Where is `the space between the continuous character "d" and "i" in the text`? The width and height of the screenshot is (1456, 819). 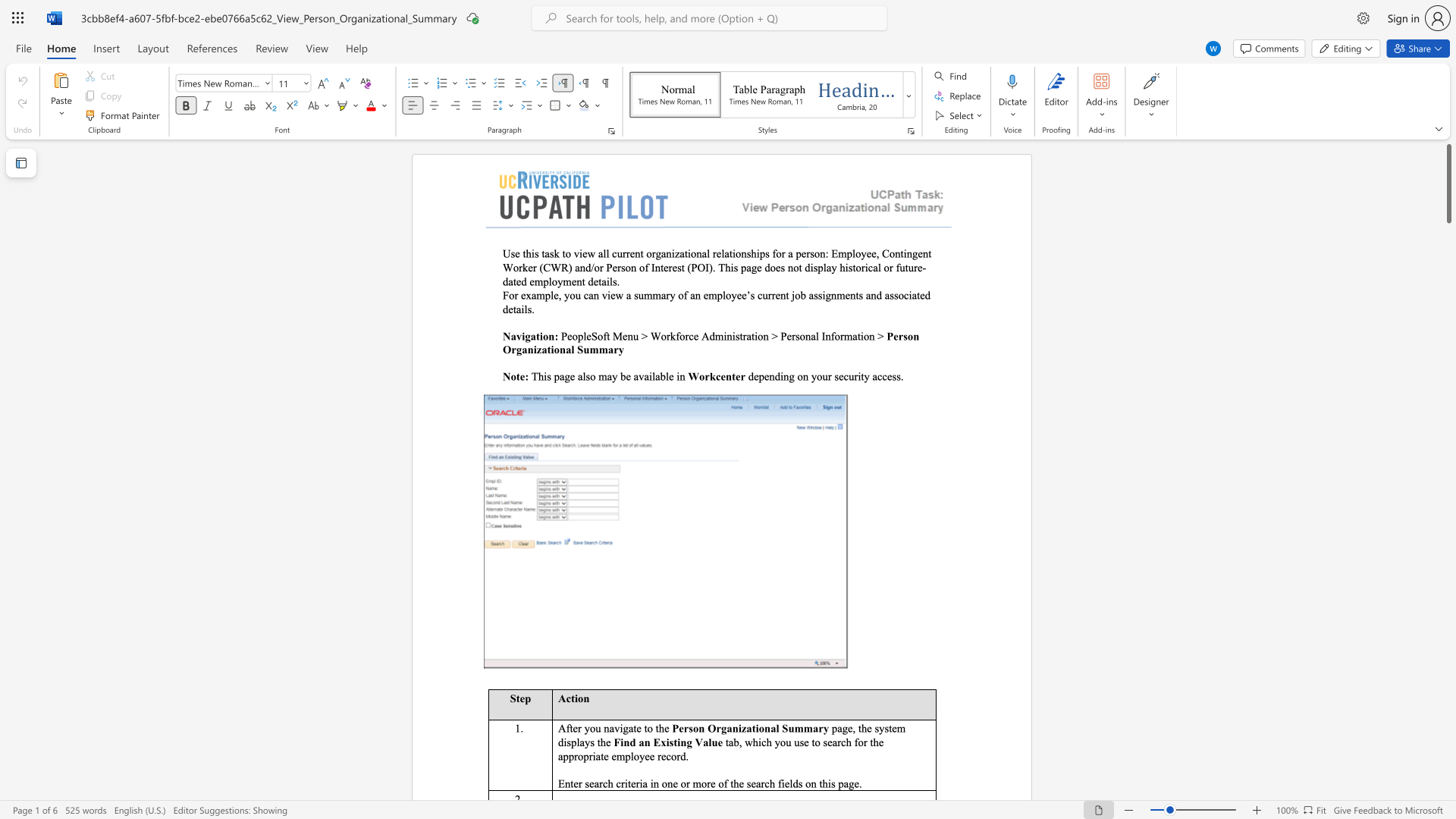
the space between the continuous character "d" and "i" in the text is located at coordinates (780, 375).